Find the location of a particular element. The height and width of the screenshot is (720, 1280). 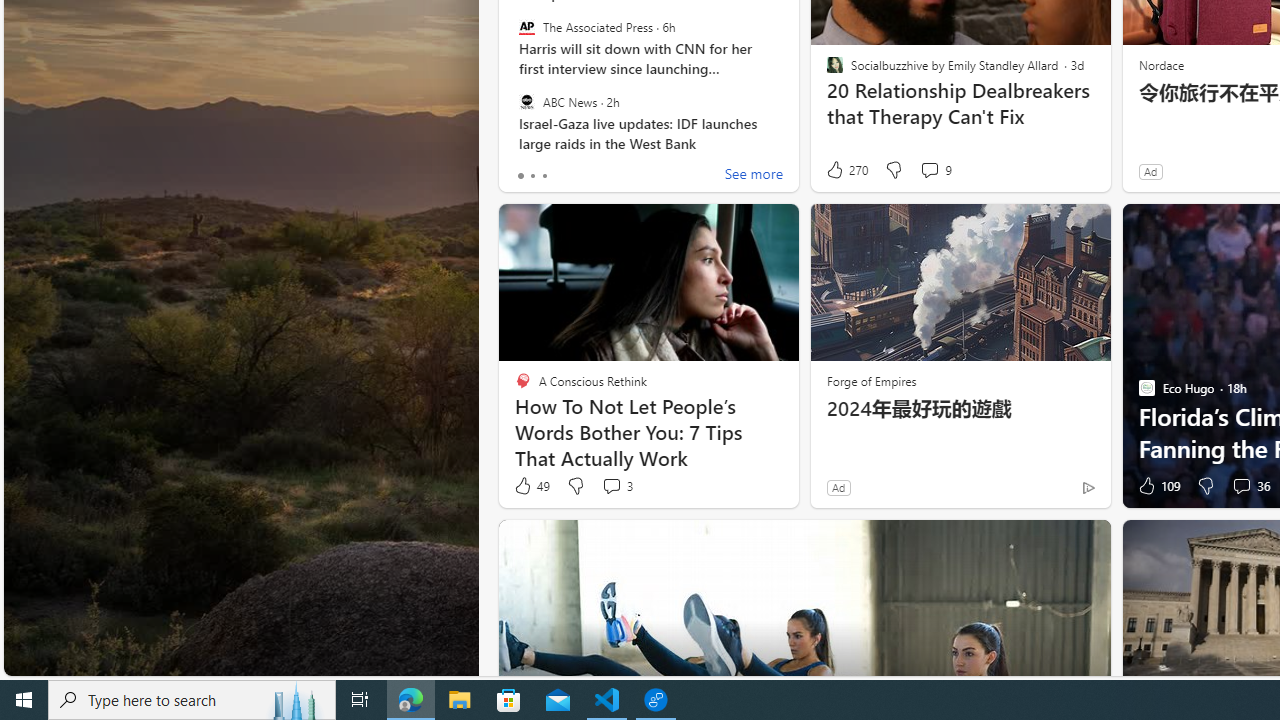

'See more' is located at coordinates (752, 175).